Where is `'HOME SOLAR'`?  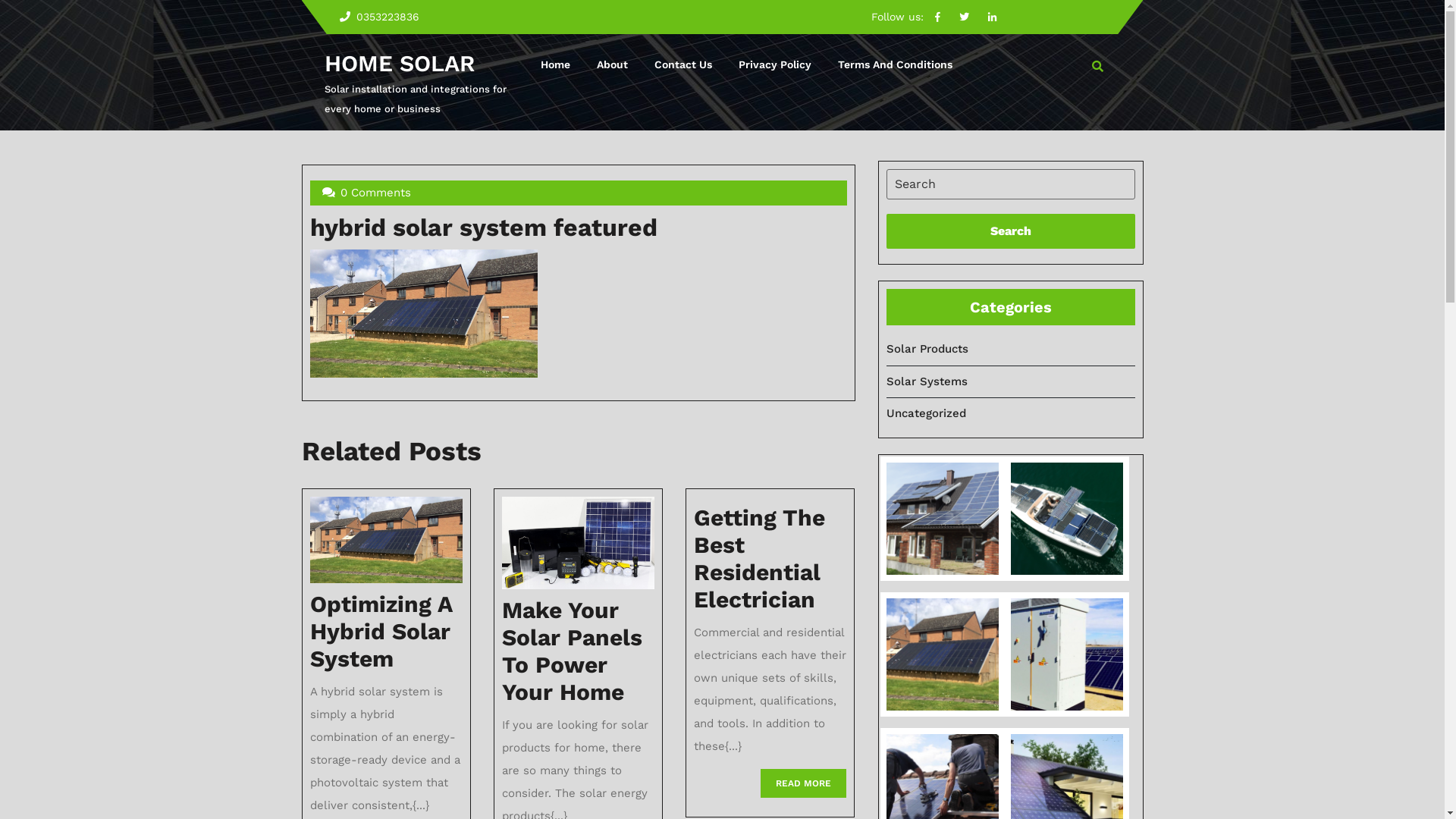
'HOME SOLAR' is located at coordinates (323, 62).